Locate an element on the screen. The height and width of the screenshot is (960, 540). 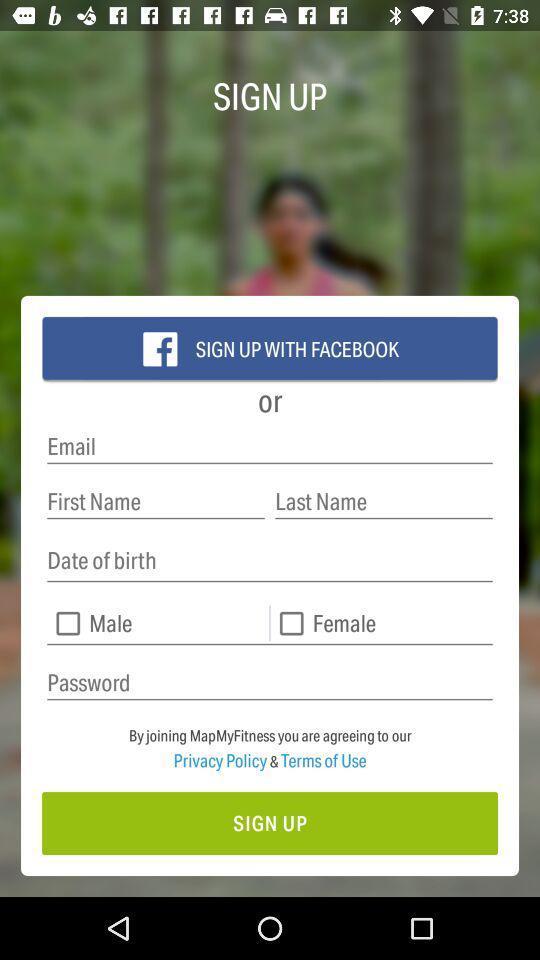
first name is located at coordinates (155, 500).